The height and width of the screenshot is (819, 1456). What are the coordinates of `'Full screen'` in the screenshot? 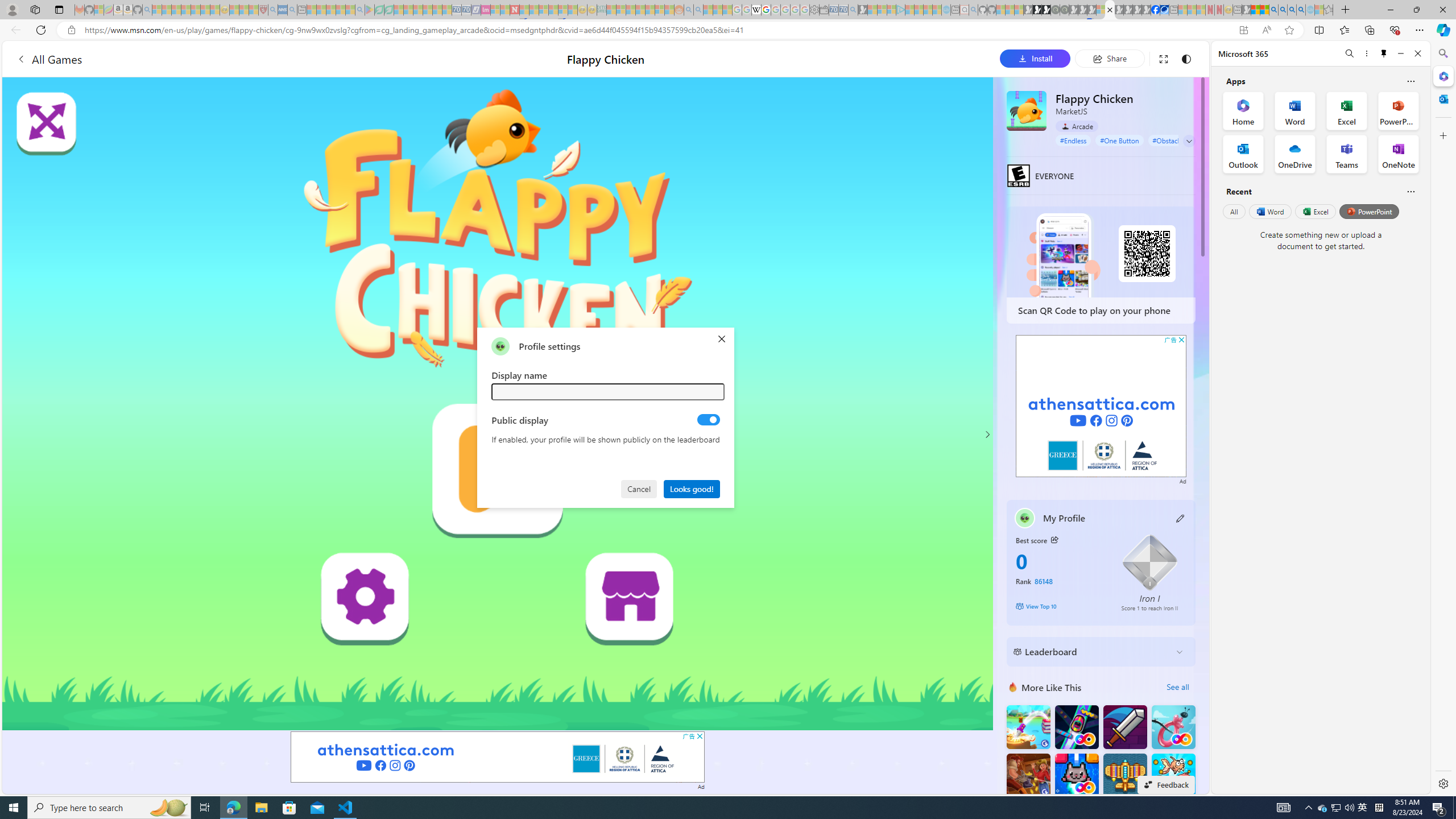 It's located at (1163, 58).